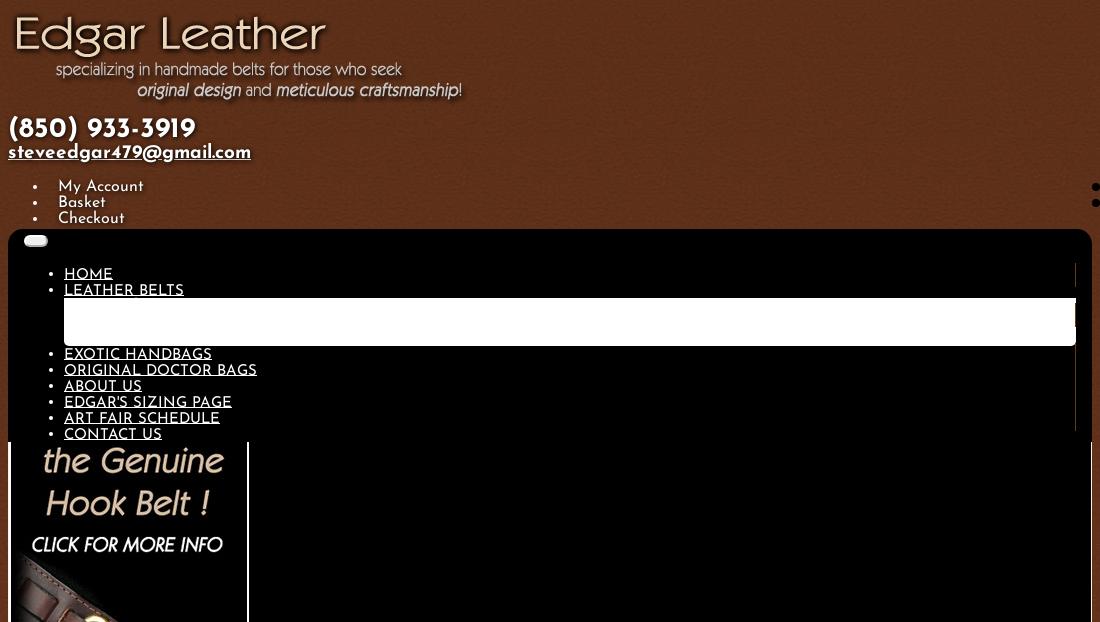 This screenshot has height=622, width=1100. What do you see at coordinates (63, 433) in the screenshot?
I see `'Contact Us'` at bounding box center [63, 433].